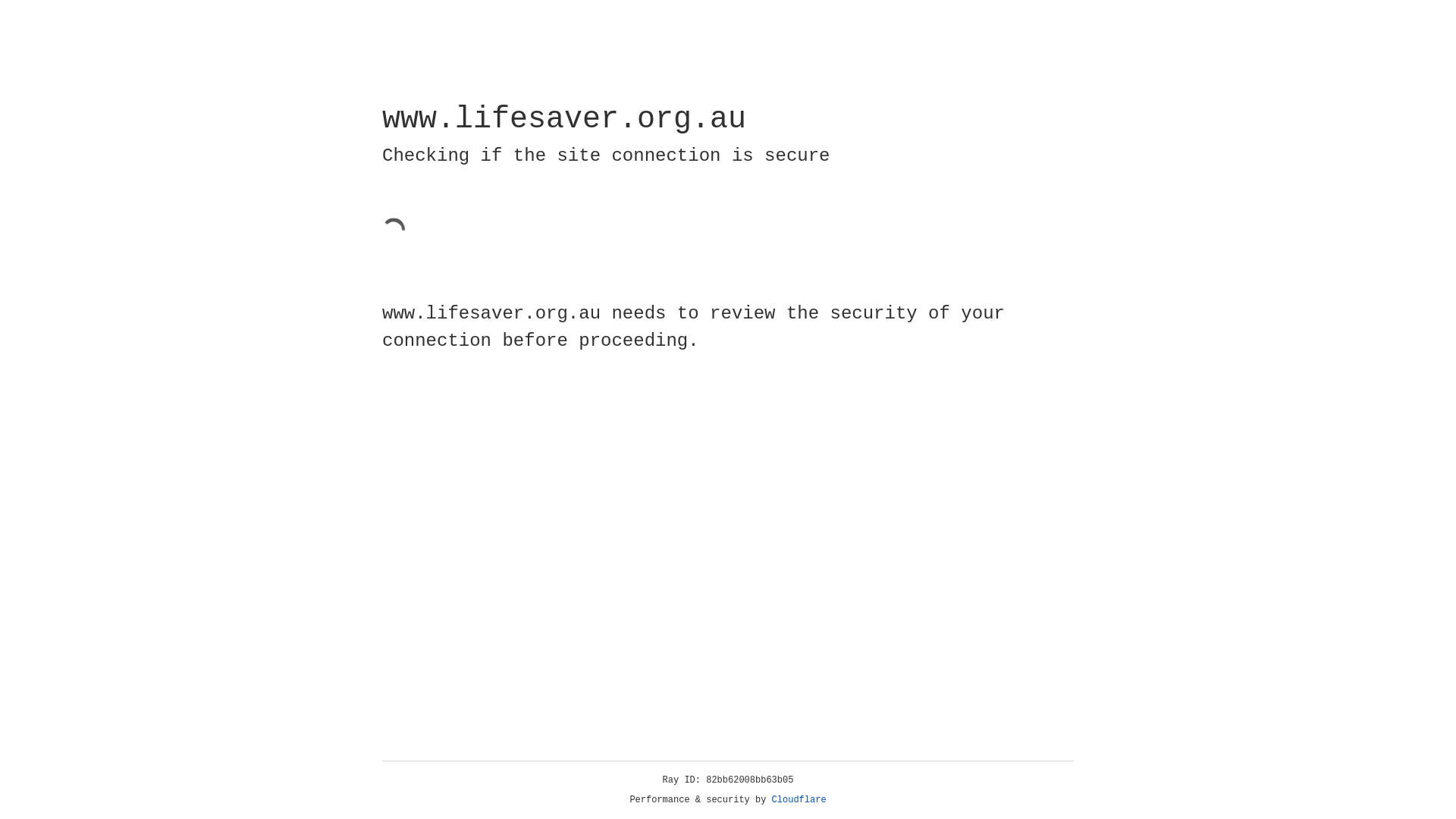 The height and width of the screenshot is (819, 1456). I want to click on 'Cloudflare', so click(799, 799).